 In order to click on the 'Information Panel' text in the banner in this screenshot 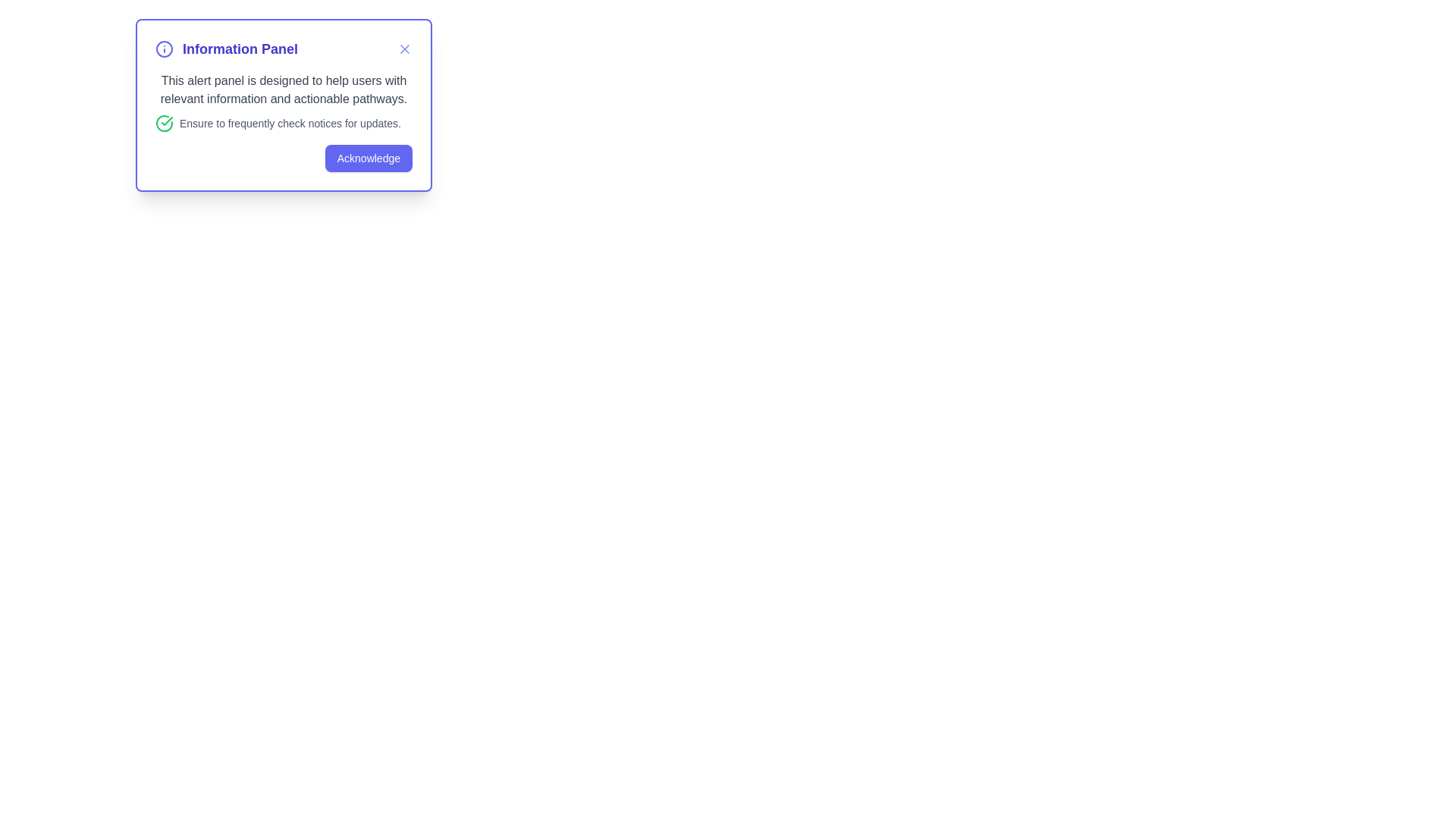, I will do `click(225, 49)`.